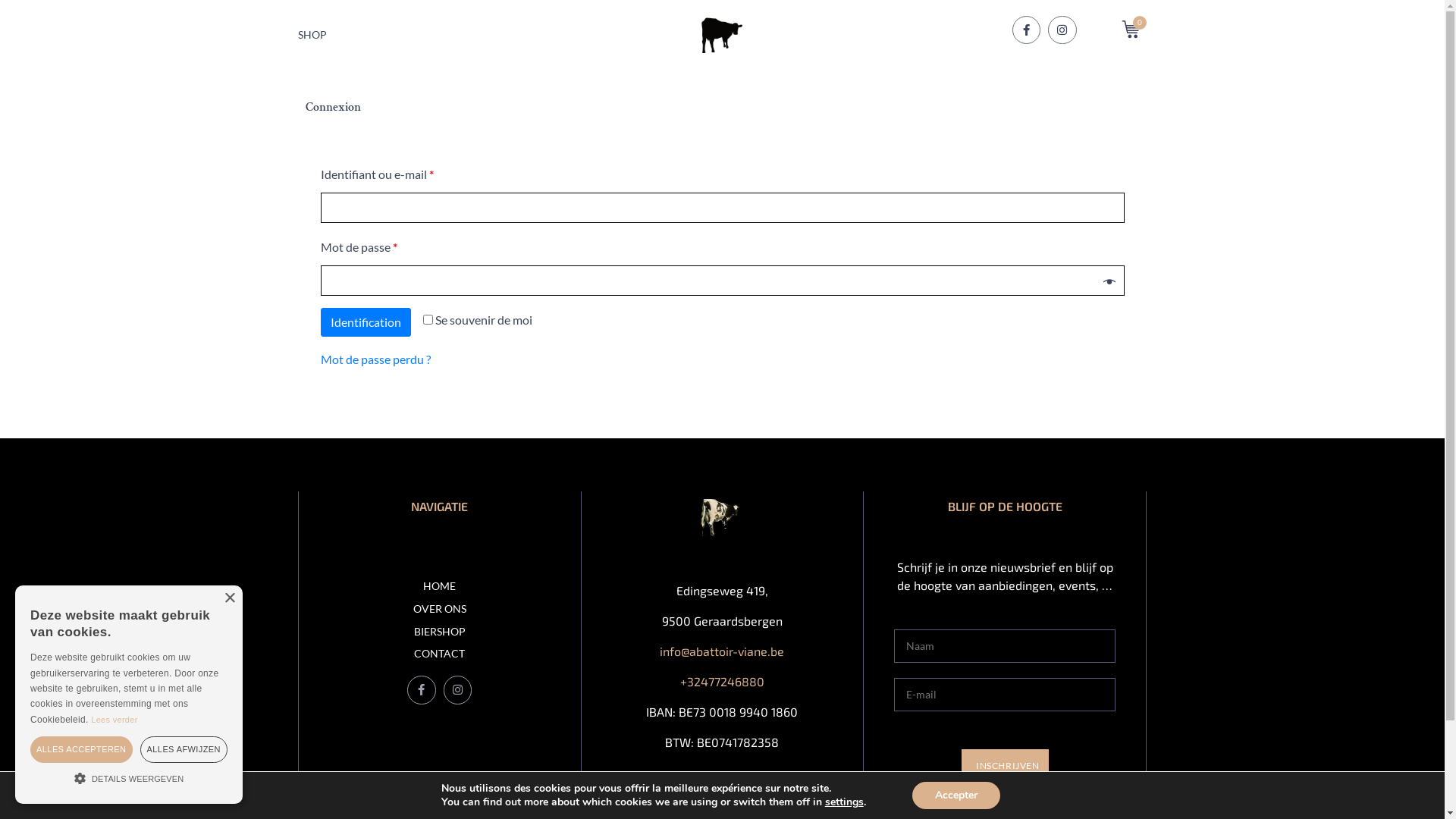 The image size is (1456, 819). I want to click on 'CONTACT', so click(439, 653).